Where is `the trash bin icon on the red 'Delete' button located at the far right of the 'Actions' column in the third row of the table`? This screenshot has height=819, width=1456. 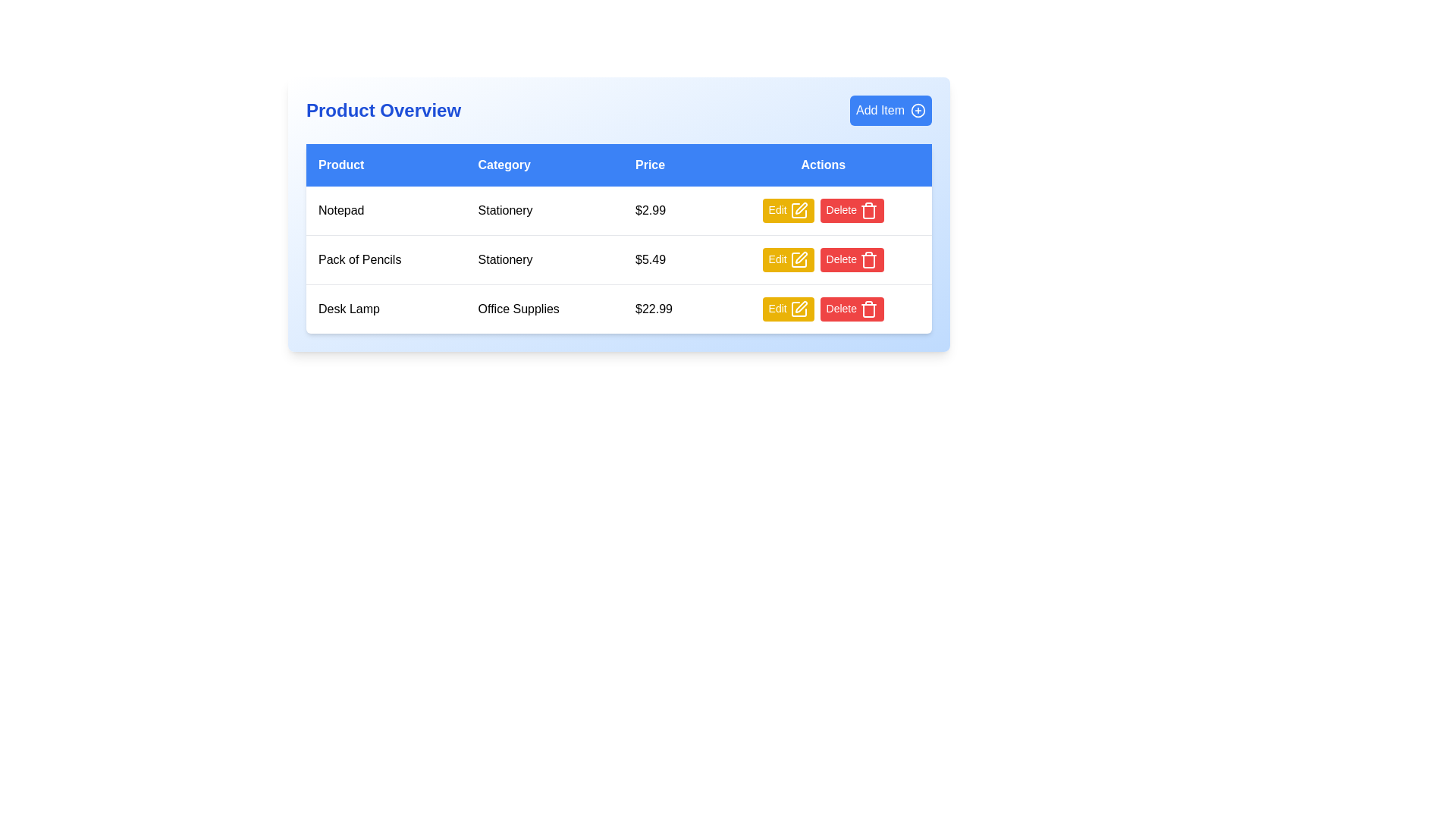
the trash bin icon on the red 'Delete' button located at the far right of the 'Actions' column in the third row of the table is located at coordinates (868, 309).